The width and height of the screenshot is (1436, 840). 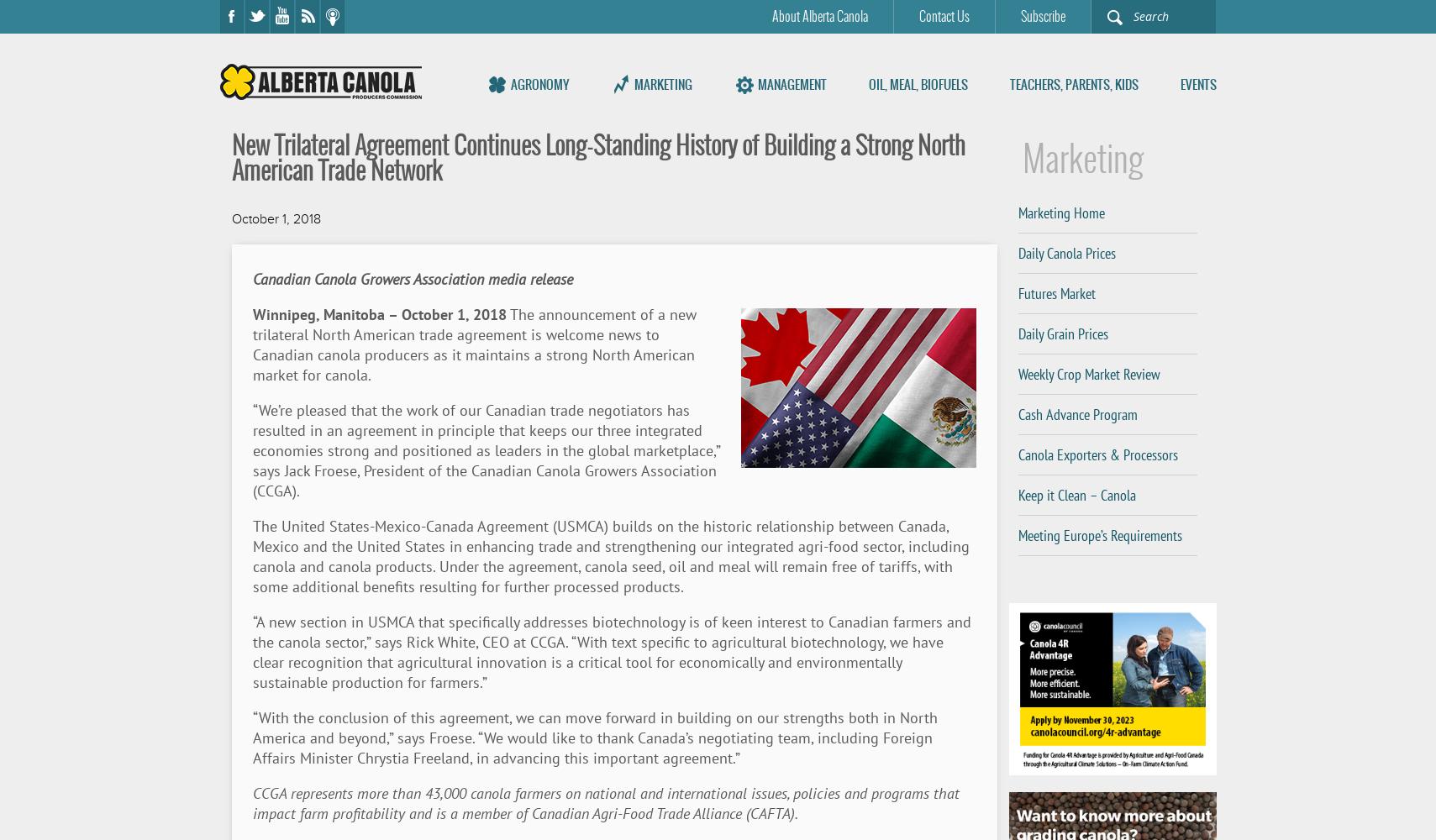 What do you see at coordinates (538, 83) in the screenshot?
I see `'Agronomy'` at bounding box center [538, 83].